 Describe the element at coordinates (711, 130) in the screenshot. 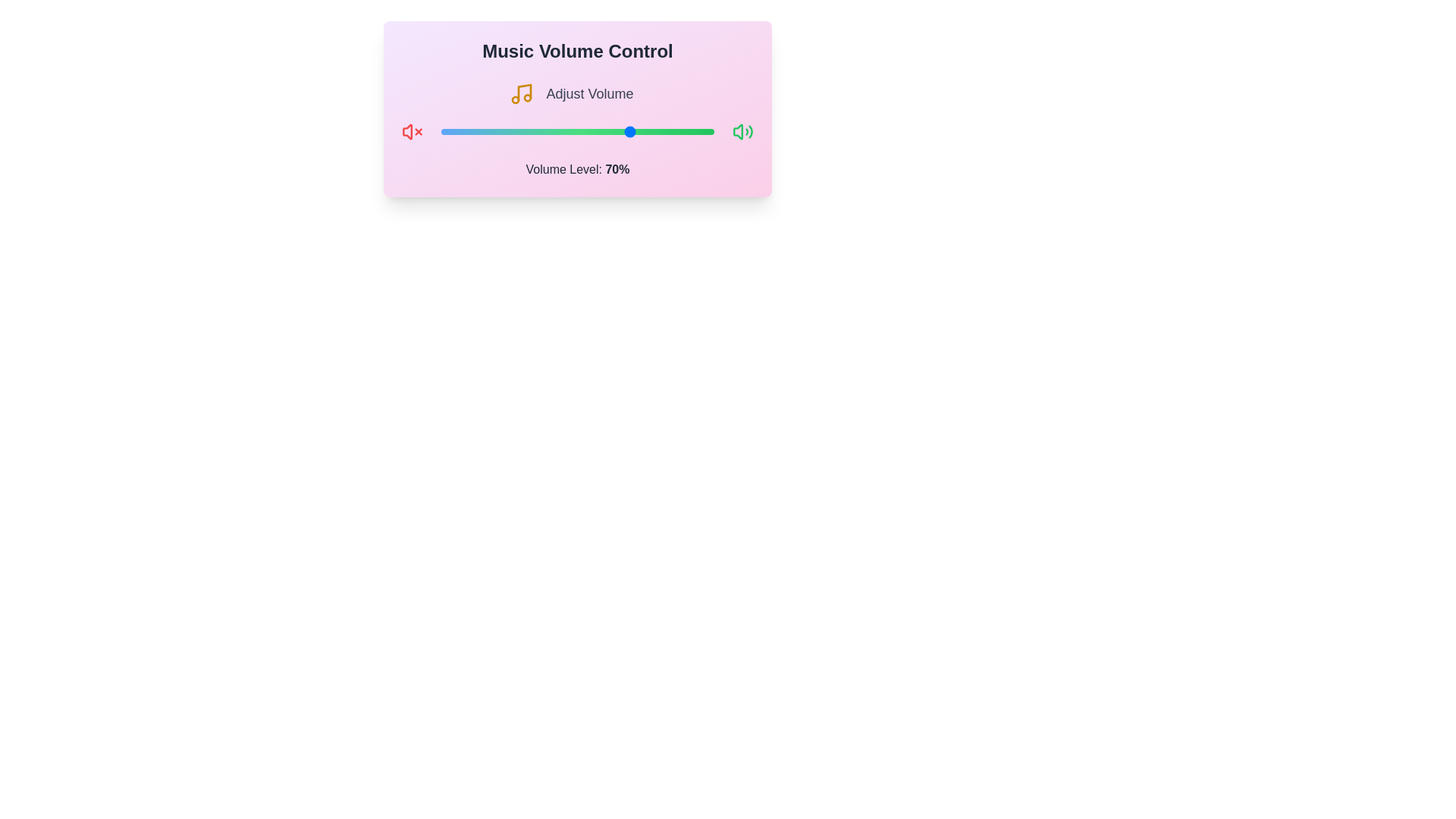

I see `the volume slider to 99%` at that location.